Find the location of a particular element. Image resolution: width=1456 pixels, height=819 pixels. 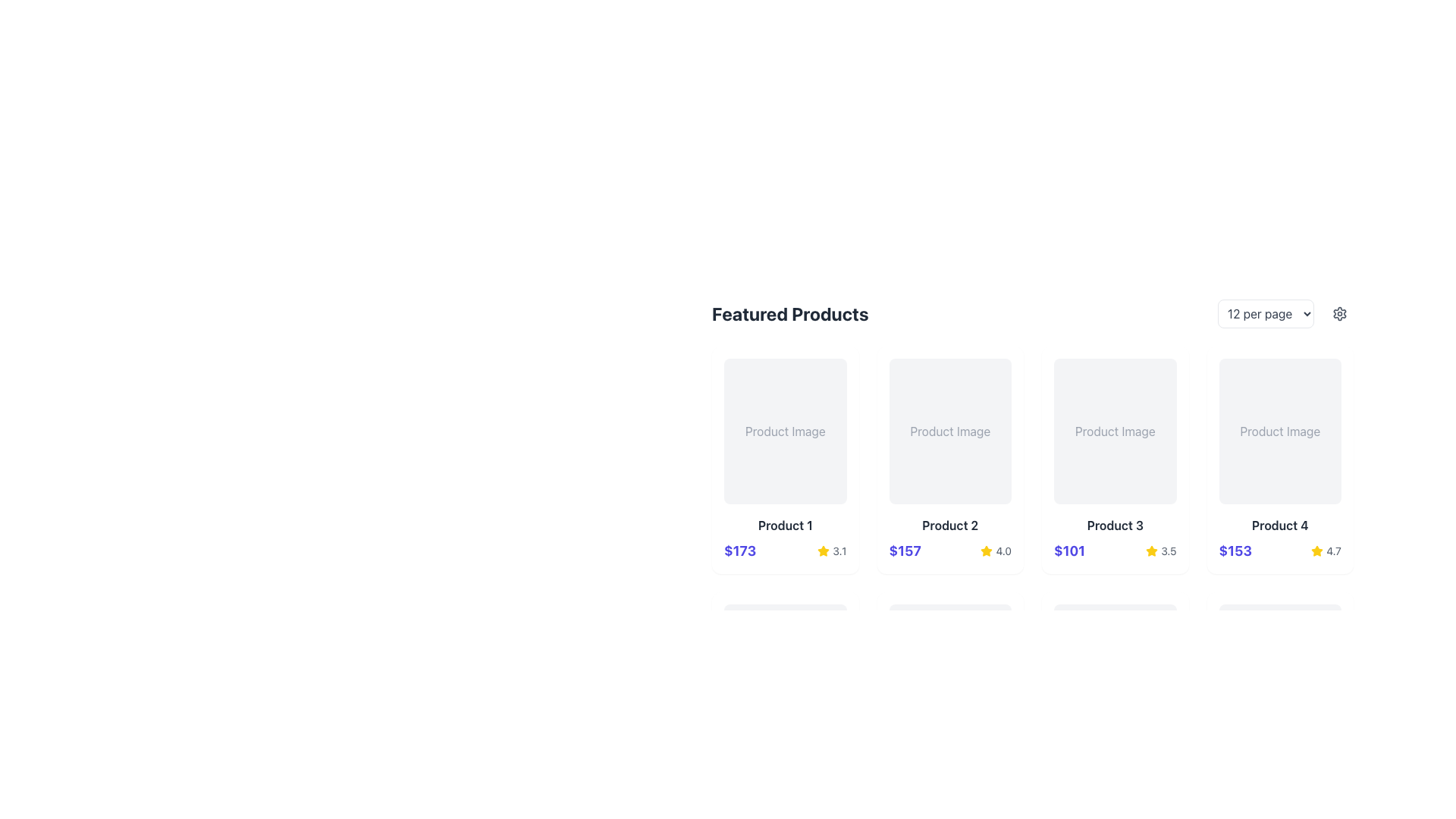

the 'Product Image' text label, which is styled in gray and located within the first product card of the 'Featured Products' section is located at coordinates (785, 431).